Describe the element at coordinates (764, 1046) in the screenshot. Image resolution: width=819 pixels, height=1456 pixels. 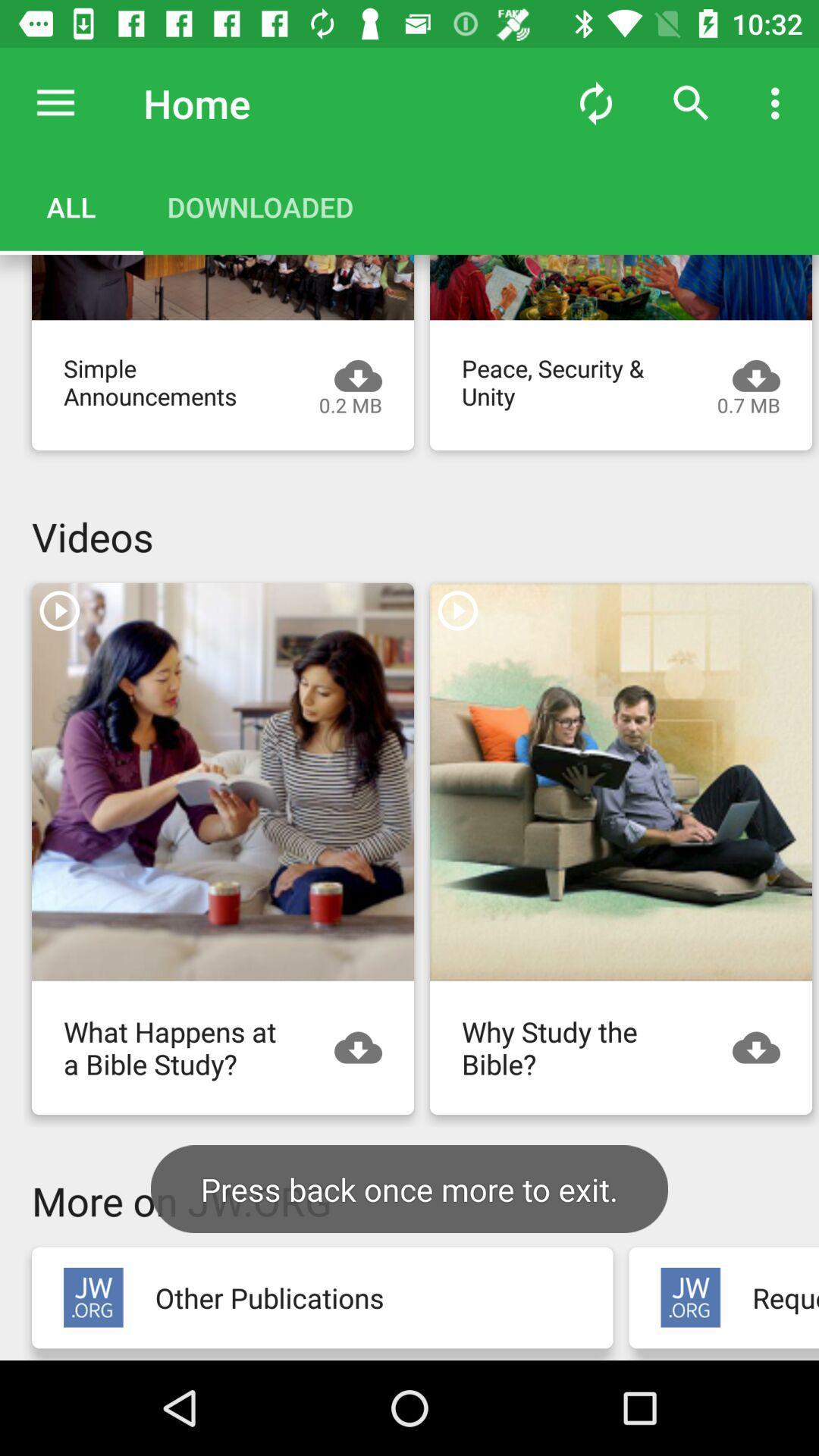
I see `download video` at that location.